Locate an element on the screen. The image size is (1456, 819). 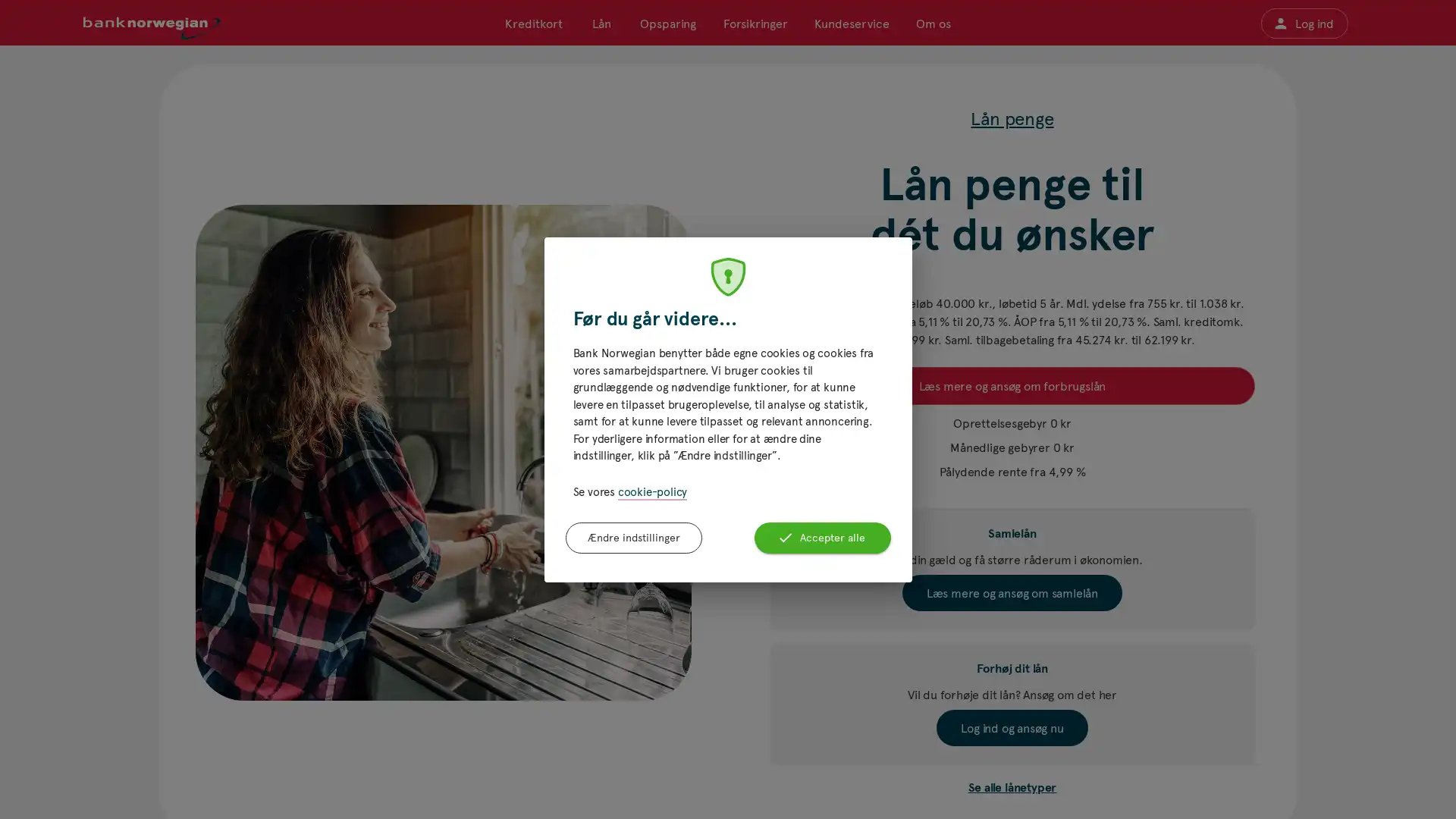
Log ind is located at coordinates (1303, 23).